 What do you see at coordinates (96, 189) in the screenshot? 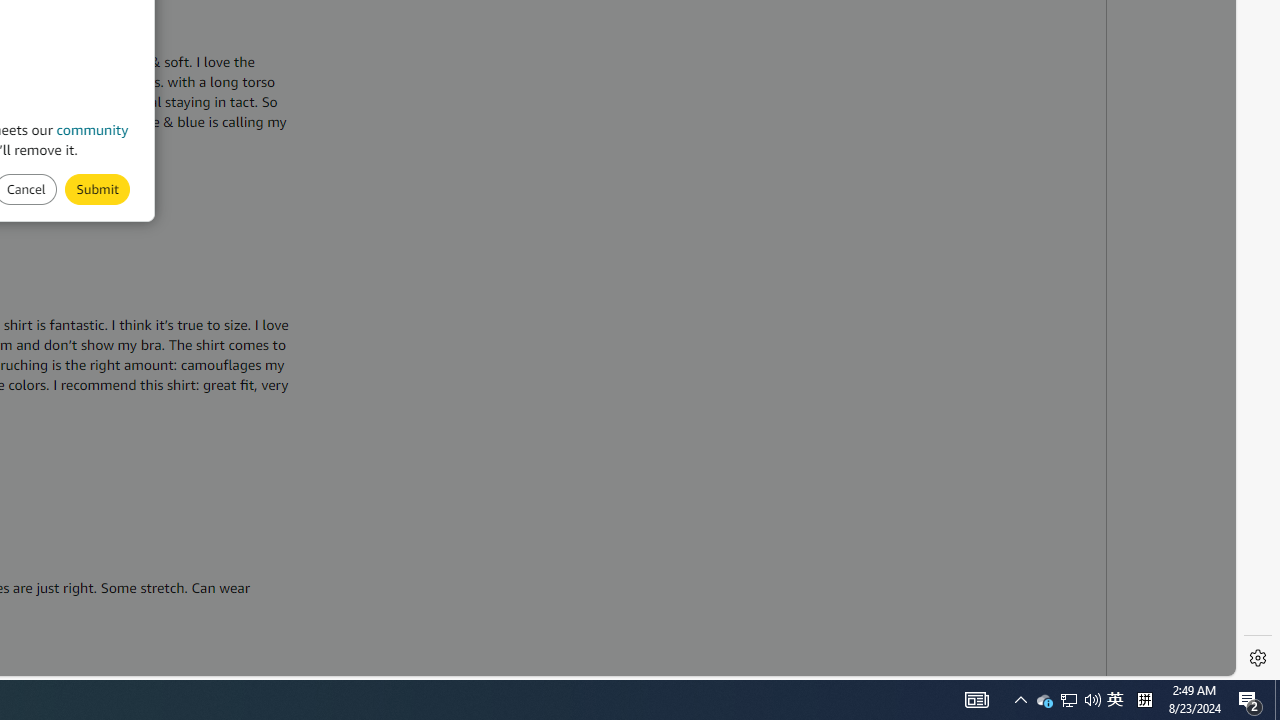
I see `'Mark this review for abuse BUTTON'` at bounding box center [96, 189].